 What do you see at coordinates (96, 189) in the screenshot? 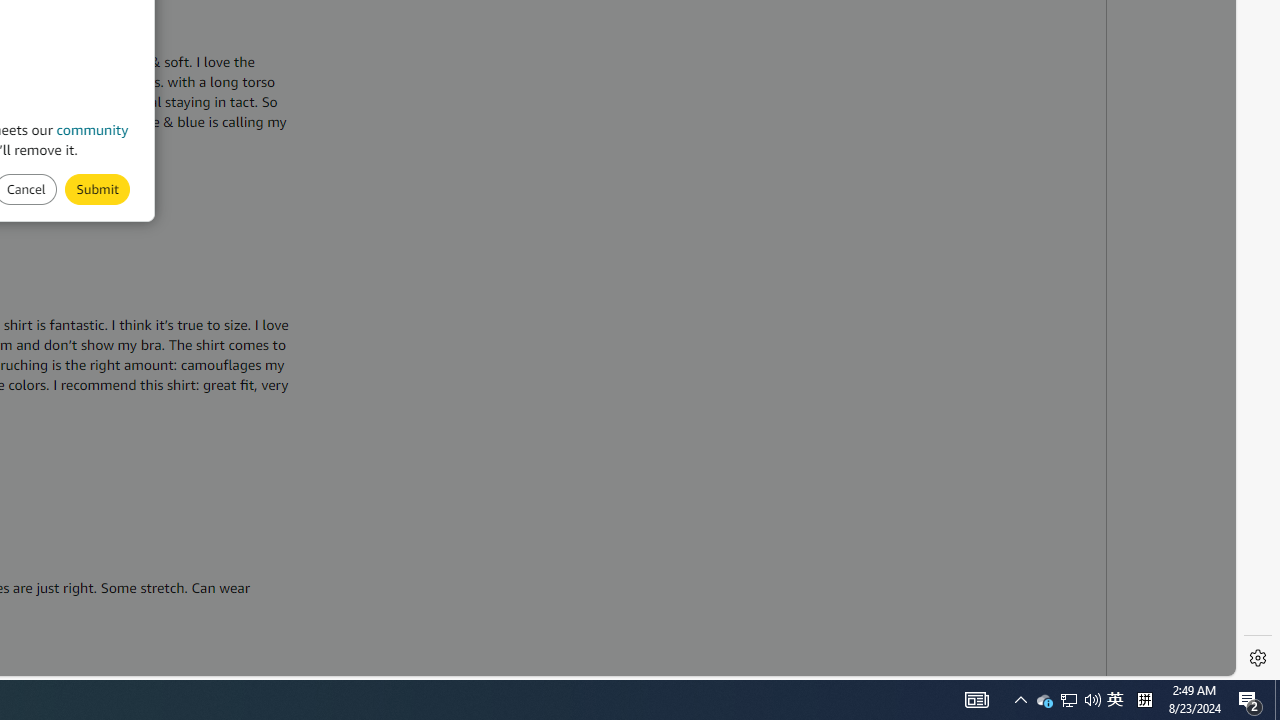
I see `'Mark this review for abuse BUTTON'` at bounding box center [96, 189].